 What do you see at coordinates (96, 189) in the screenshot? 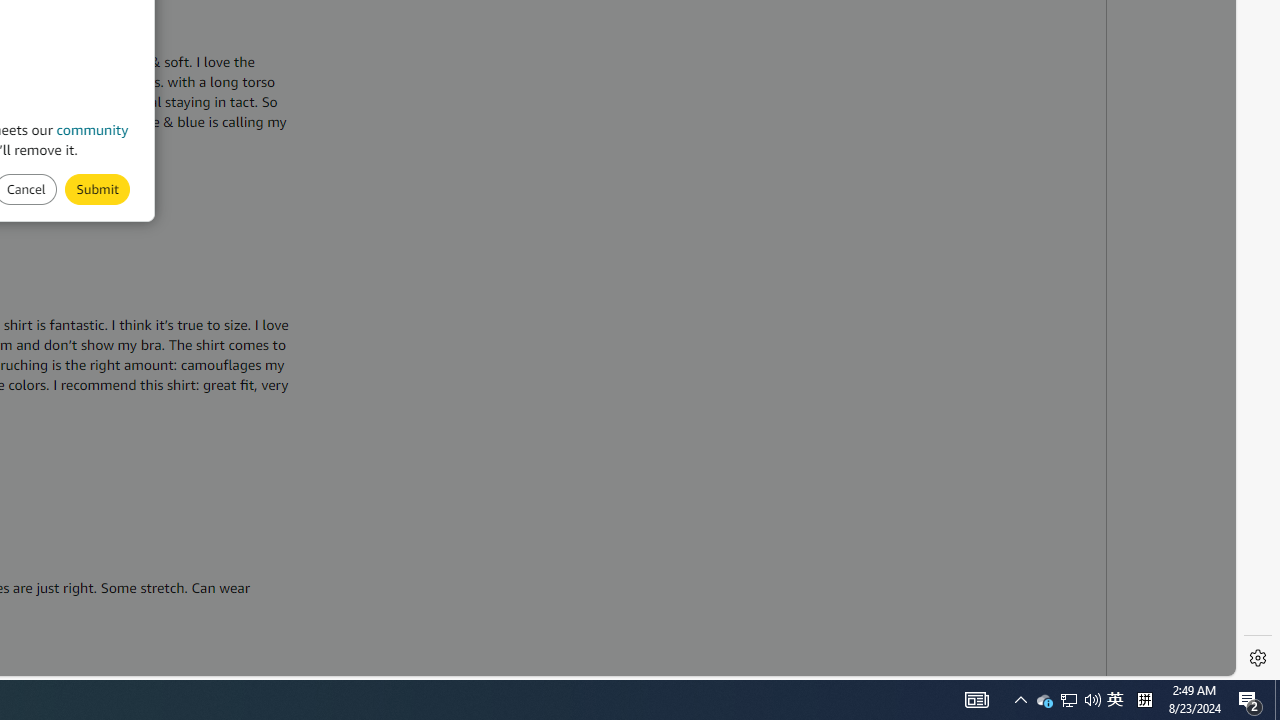
I see `'Mark this review for abuse BUTTON'` at bounding box center [96, 189].